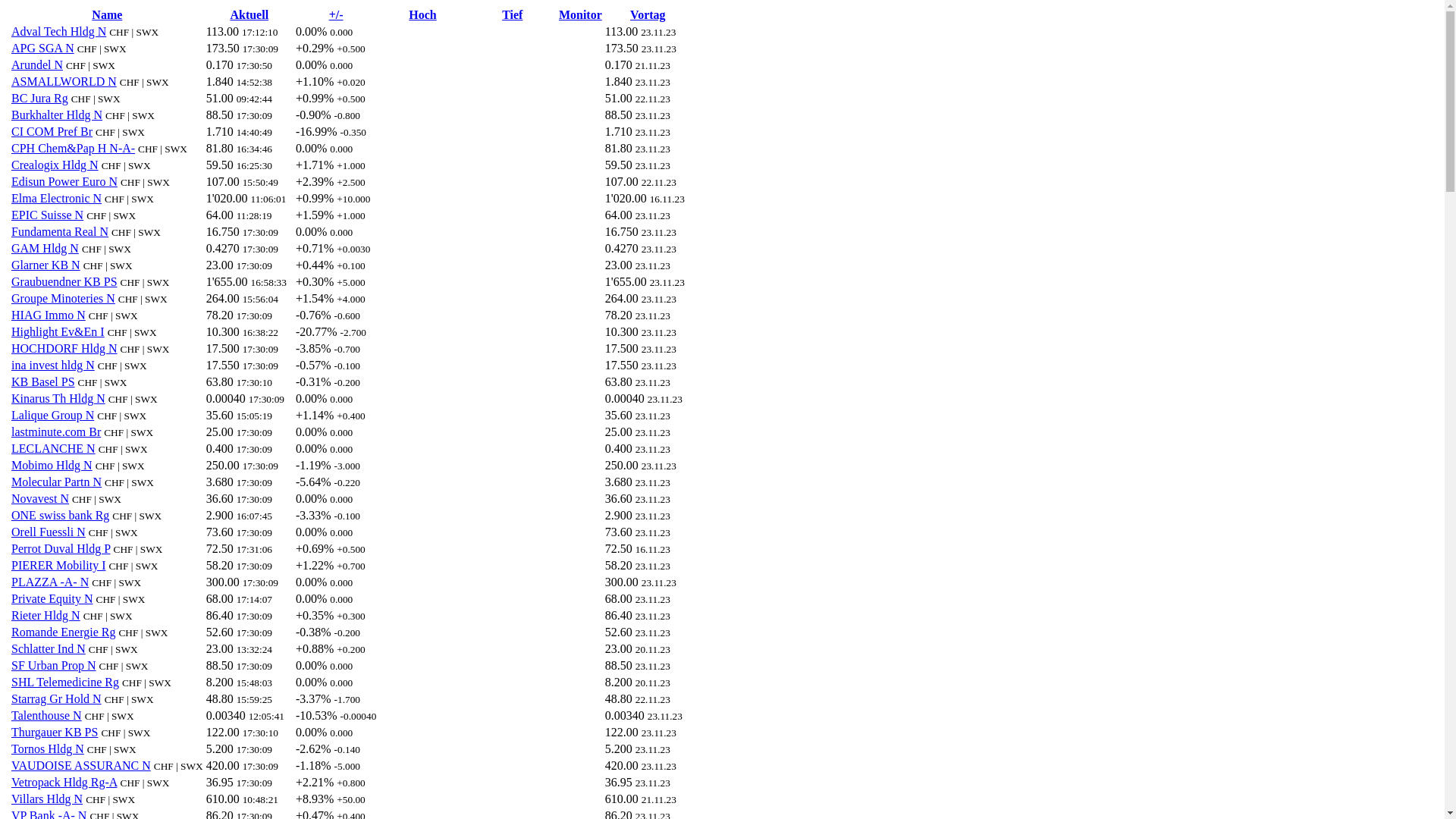  I want to click on 'Glarner KB N', so click(45, 264).